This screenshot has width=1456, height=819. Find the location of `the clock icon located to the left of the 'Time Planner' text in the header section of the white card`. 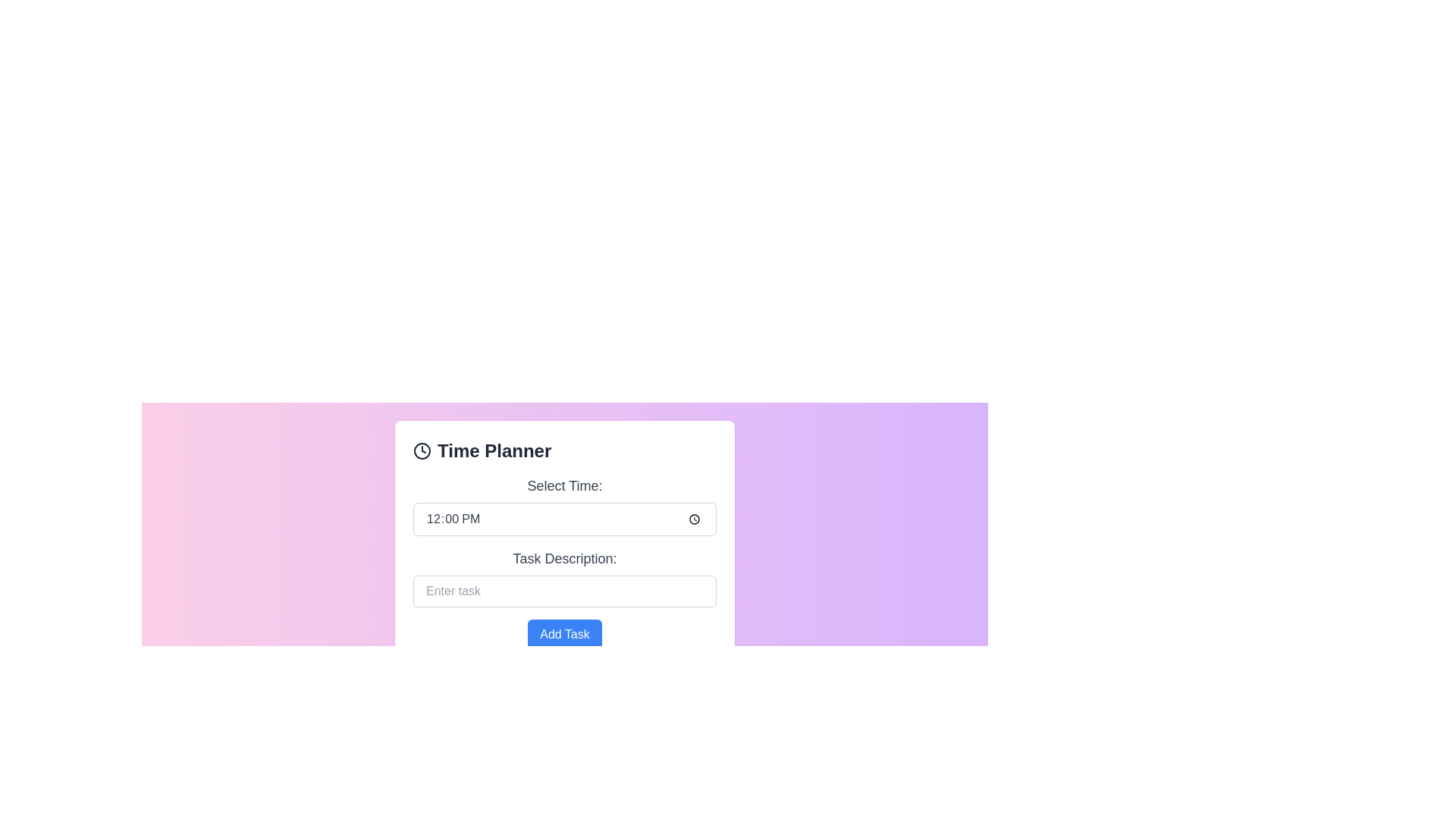

the clock icon located to the left of the 'Time Planner' text in the header section of the white card is located at coordinates (422, 450).